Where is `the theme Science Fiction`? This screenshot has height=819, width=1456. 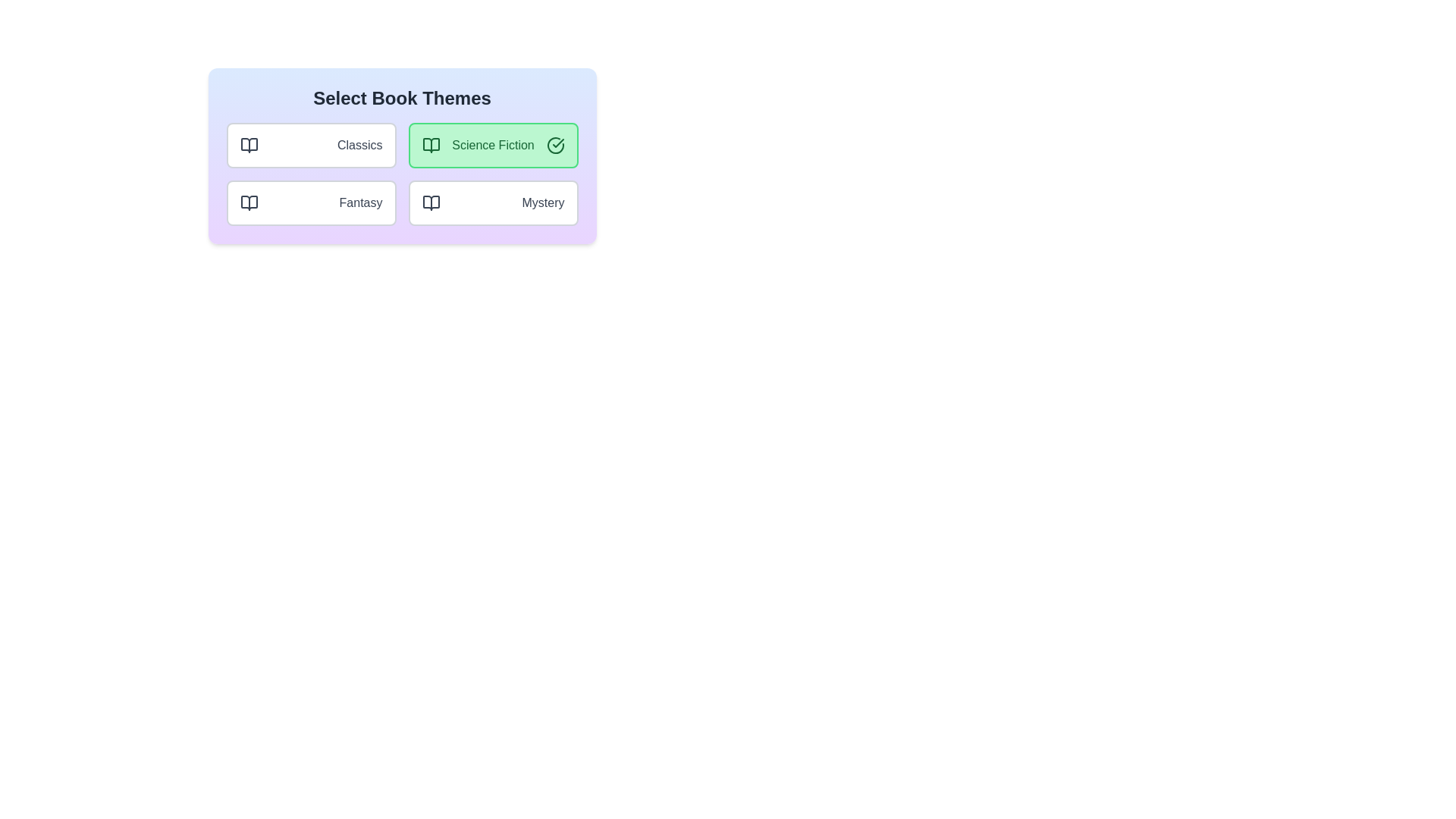
the theme Science Fiction is located at coordinates (493, 146).